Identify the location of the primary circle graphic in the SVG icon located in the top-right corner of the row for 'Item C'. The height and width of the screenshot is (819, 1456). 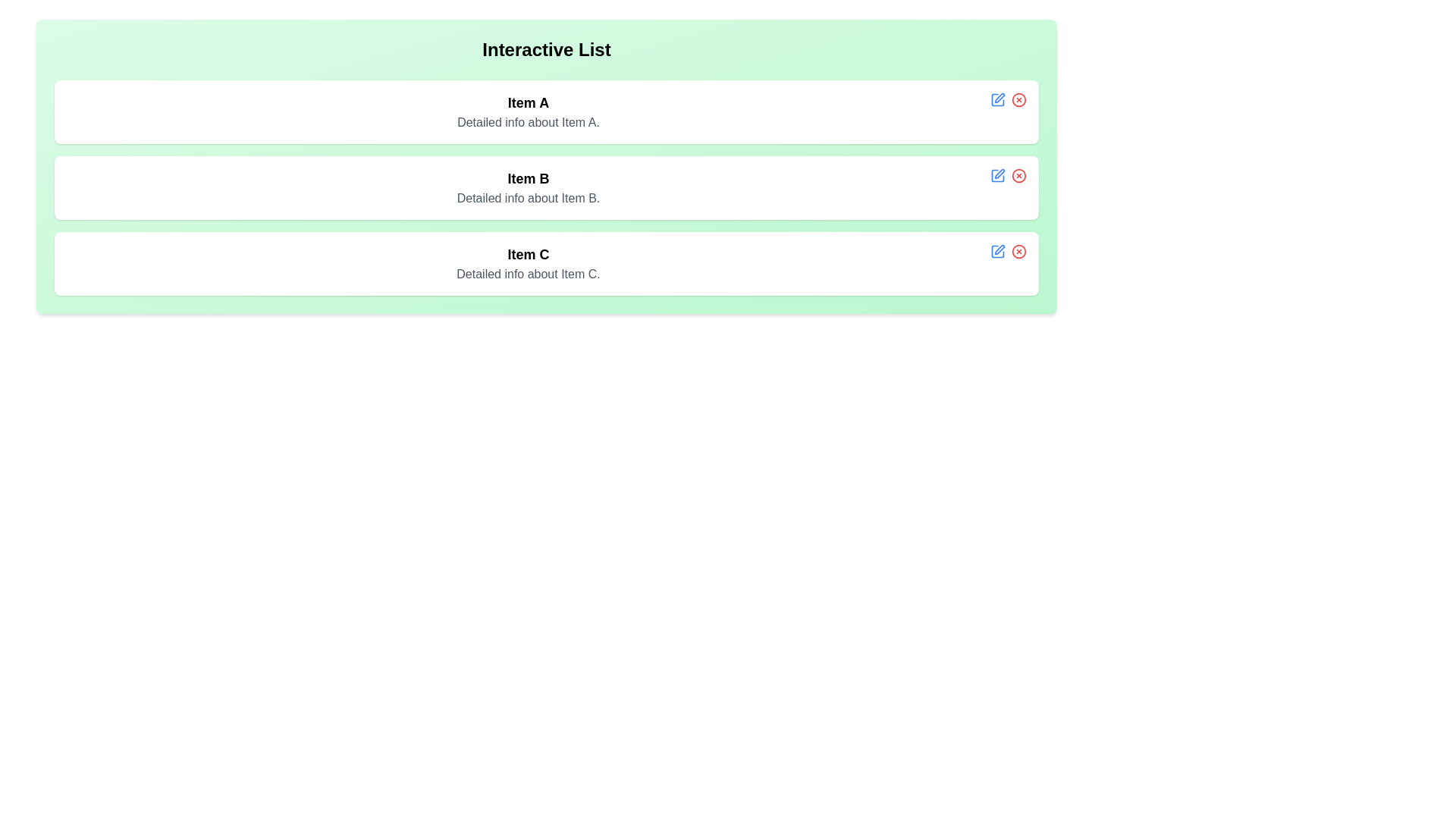
(1019, 250).